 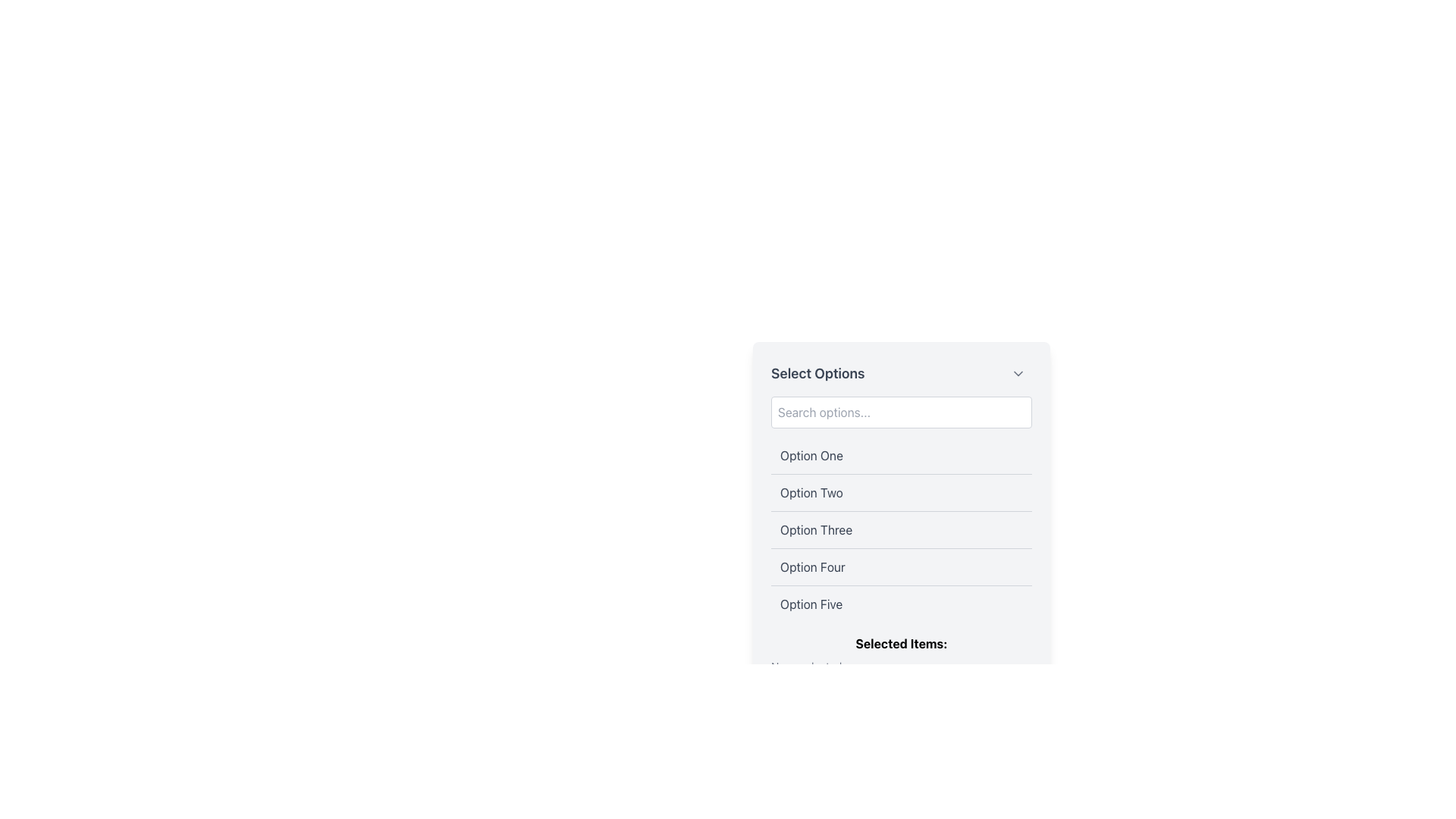 I want to click on the text label displaying 'Selected Items:' which is bold and located near the lower section of a dropdown menu interface, above the text 'None selected', so click(x=902, y=643).